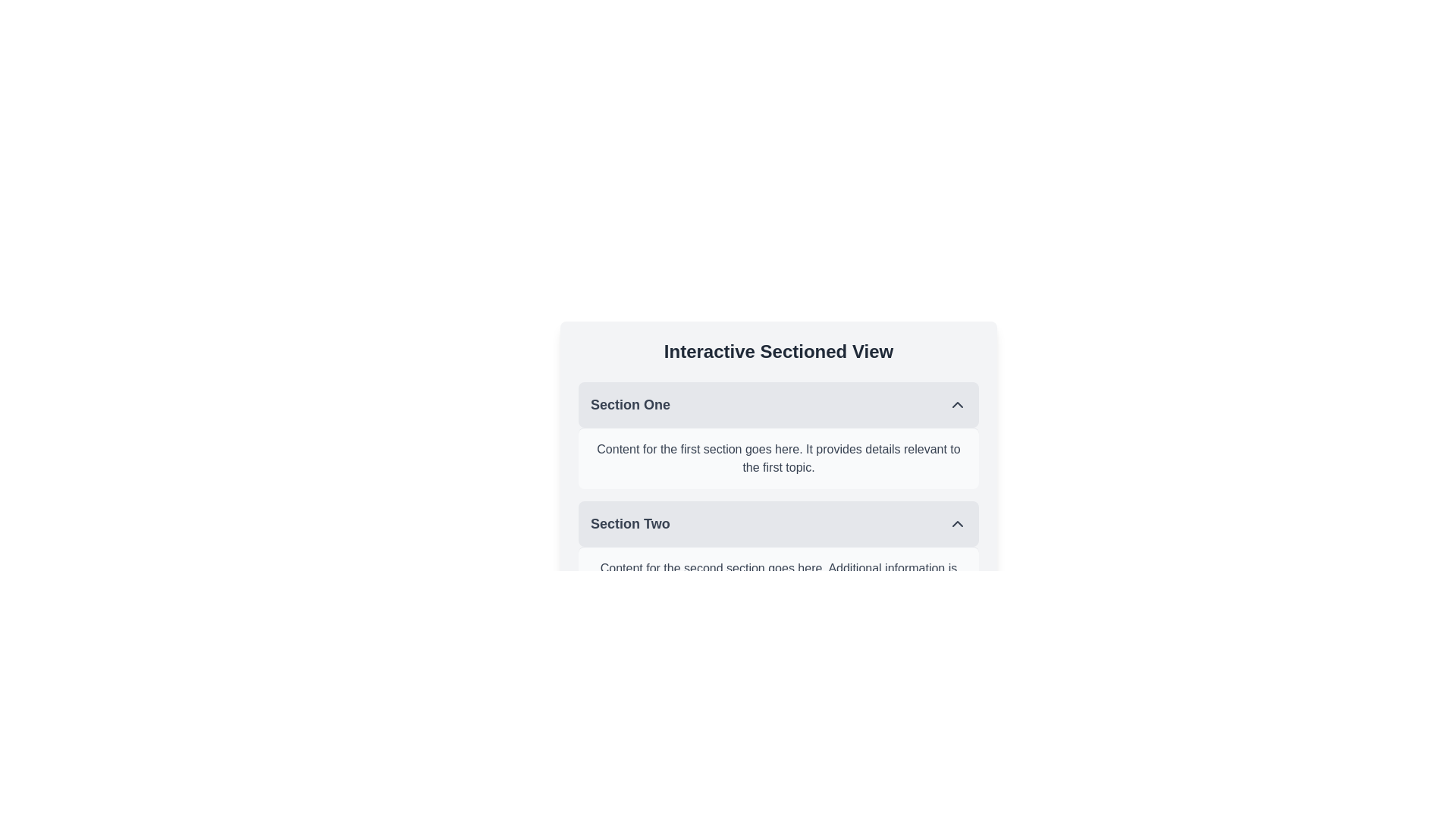 Image resolution: width=1456 pixels, height=819 pixels. What do you see at coordinates (779, 435) in the screenshot?
I see `the first Accordion Section located below the title 'Interactive Sectioned View'` at bounding box center [779, 435].